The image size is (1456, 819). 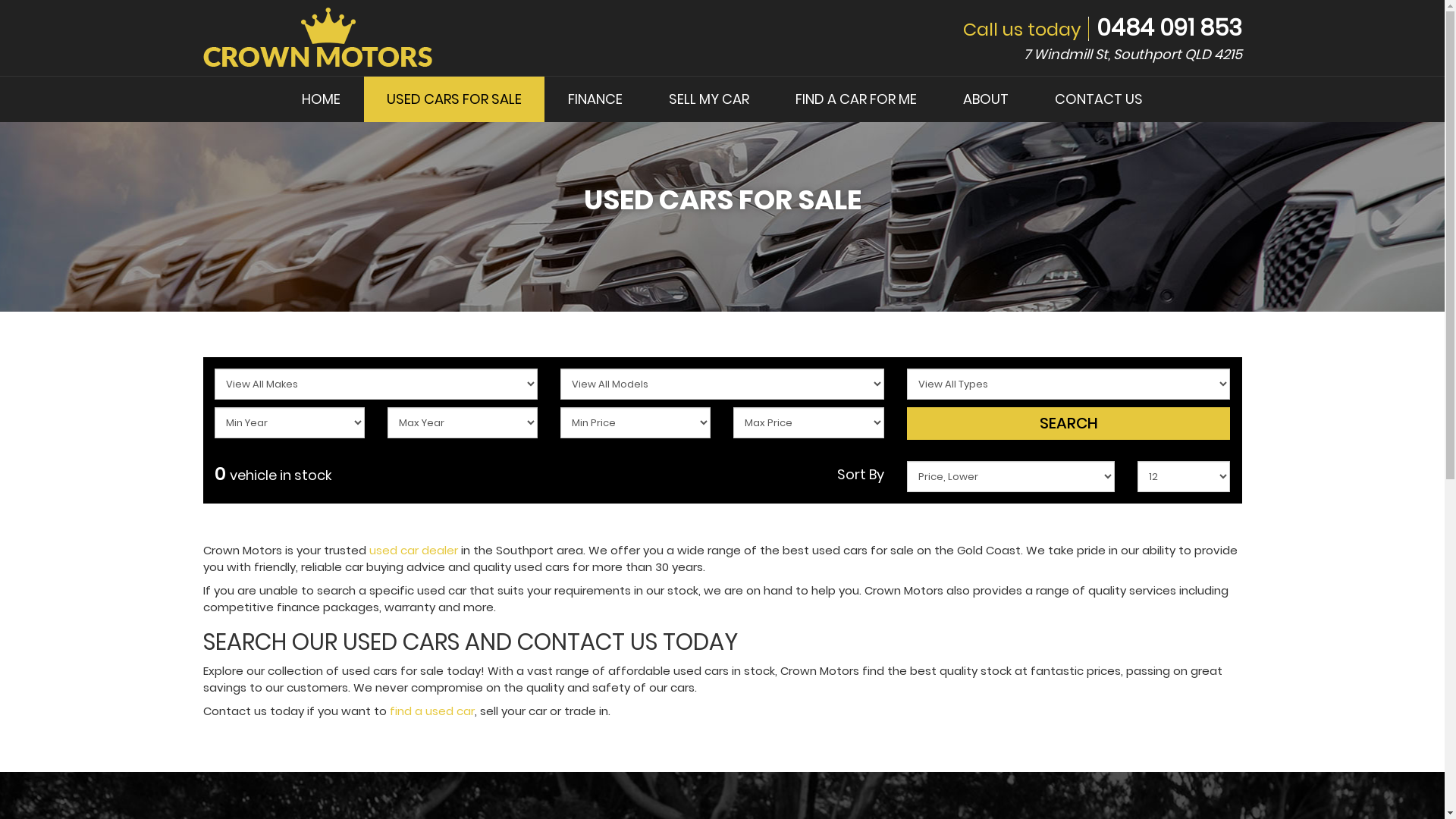 I want to click on 'HOME', so click(x=279, y=99).